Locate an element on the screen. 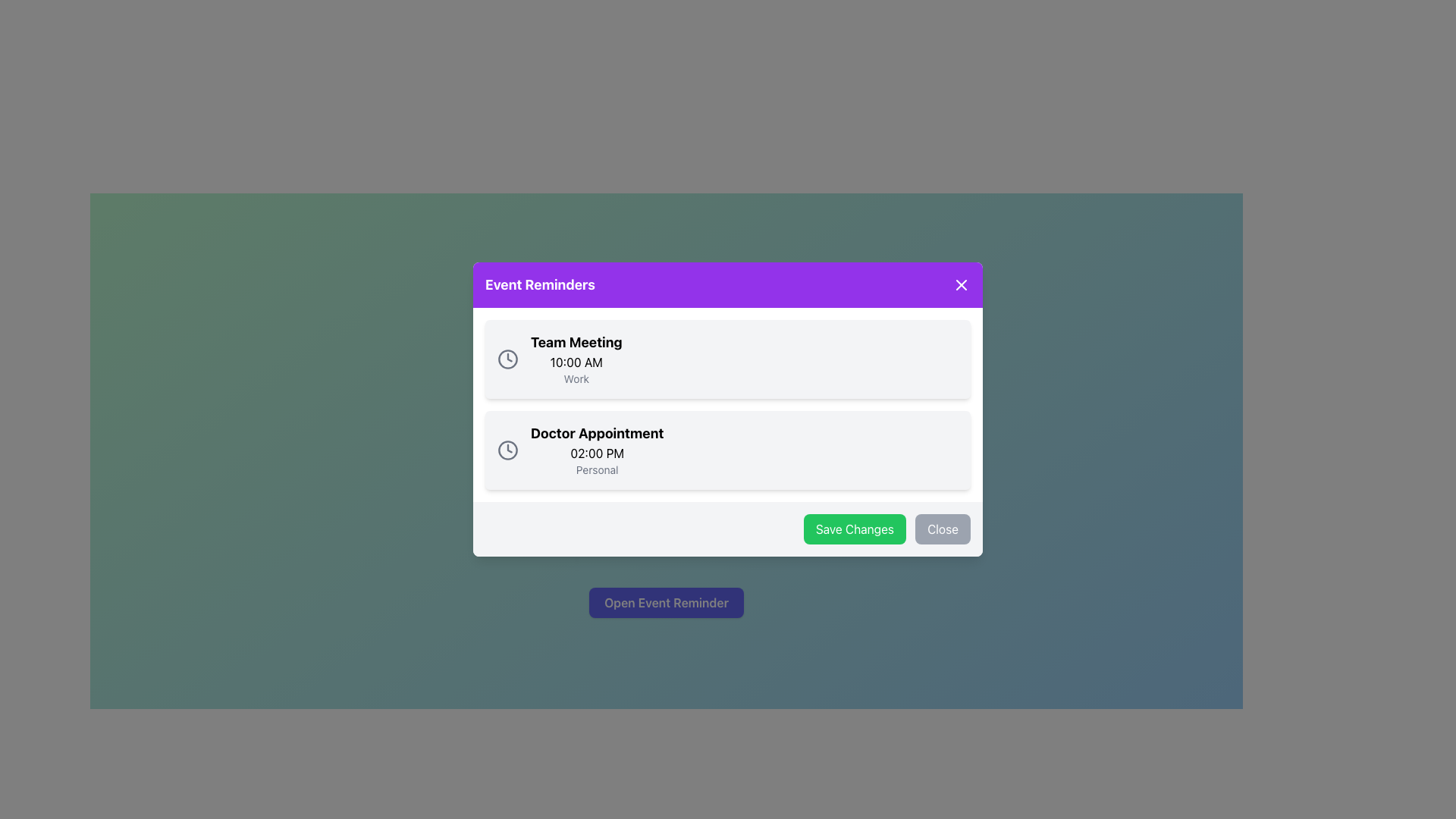  the decorative circle representing the face of the clock in the 'Team Meeting' panel located in the 'Event Reminders' section is located at coordinates (508, 450).